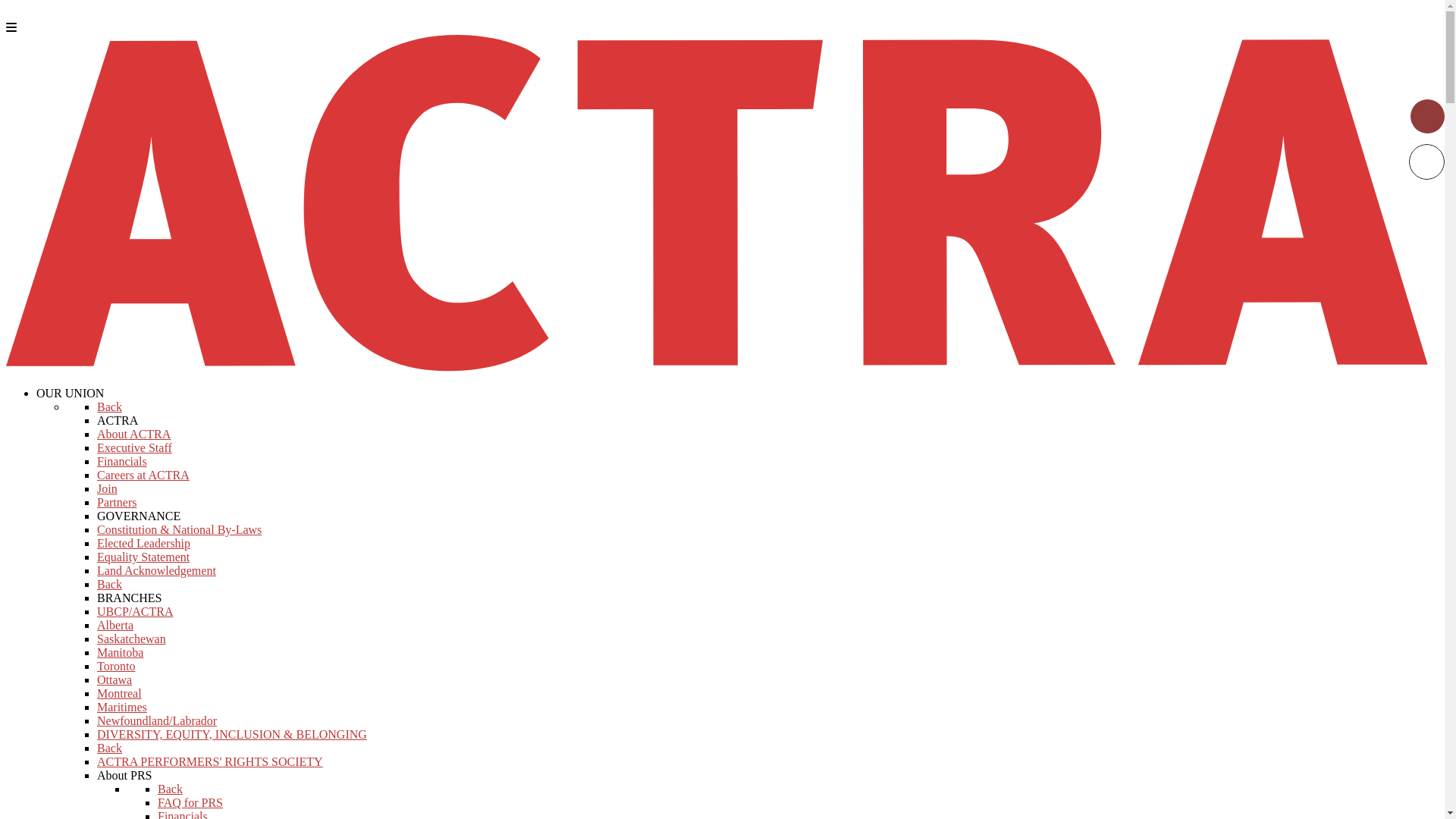 The height and width of the screenshot is (819, 1456). I want to click on 'UBCP/ACTRA', so click(134, 610).